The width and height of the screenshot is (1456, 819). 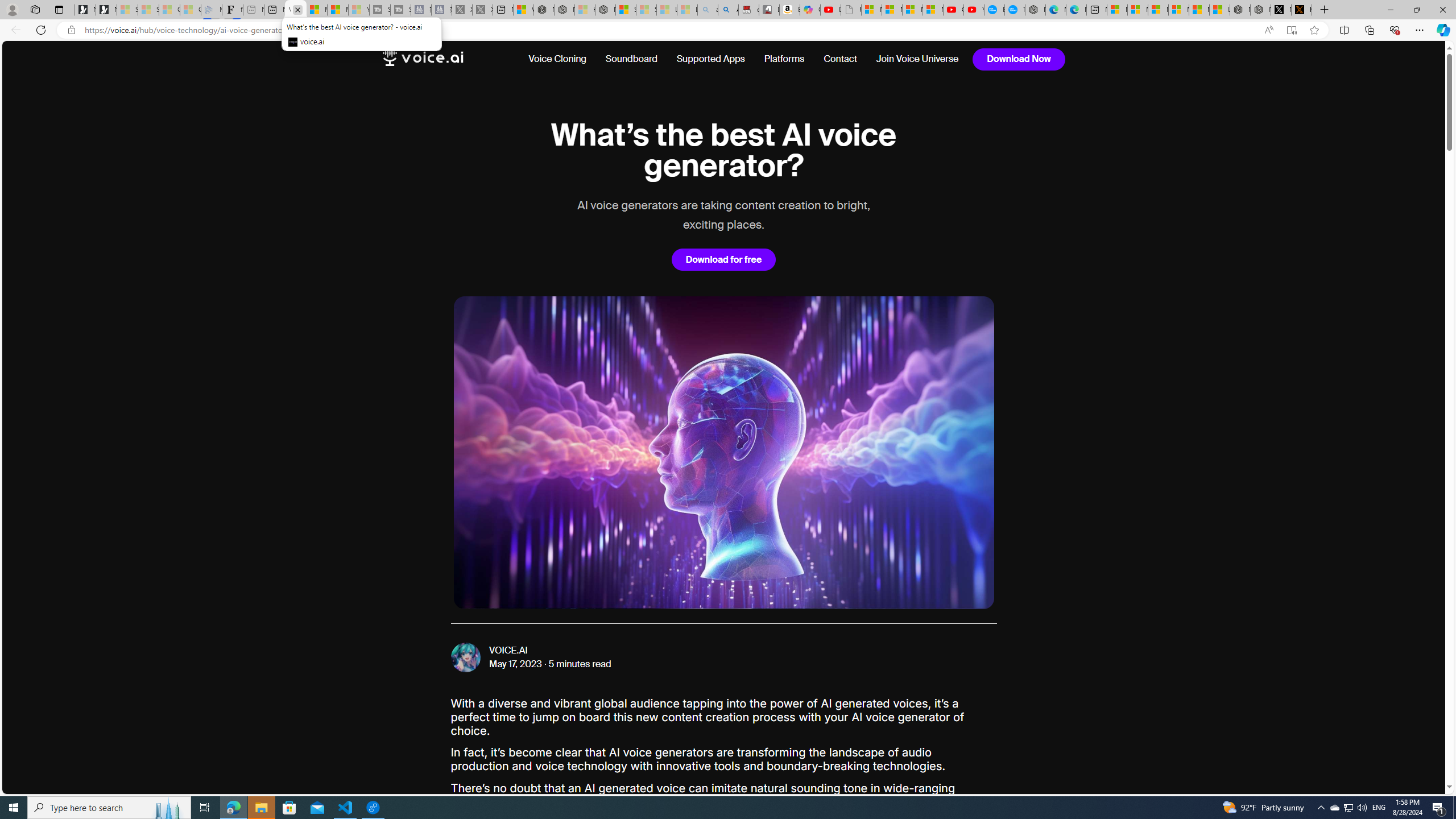 What do you see at coordinates (515, 664) in the screenshot?
I see `'May 17, 2023'` at bounding box center [515, 664].